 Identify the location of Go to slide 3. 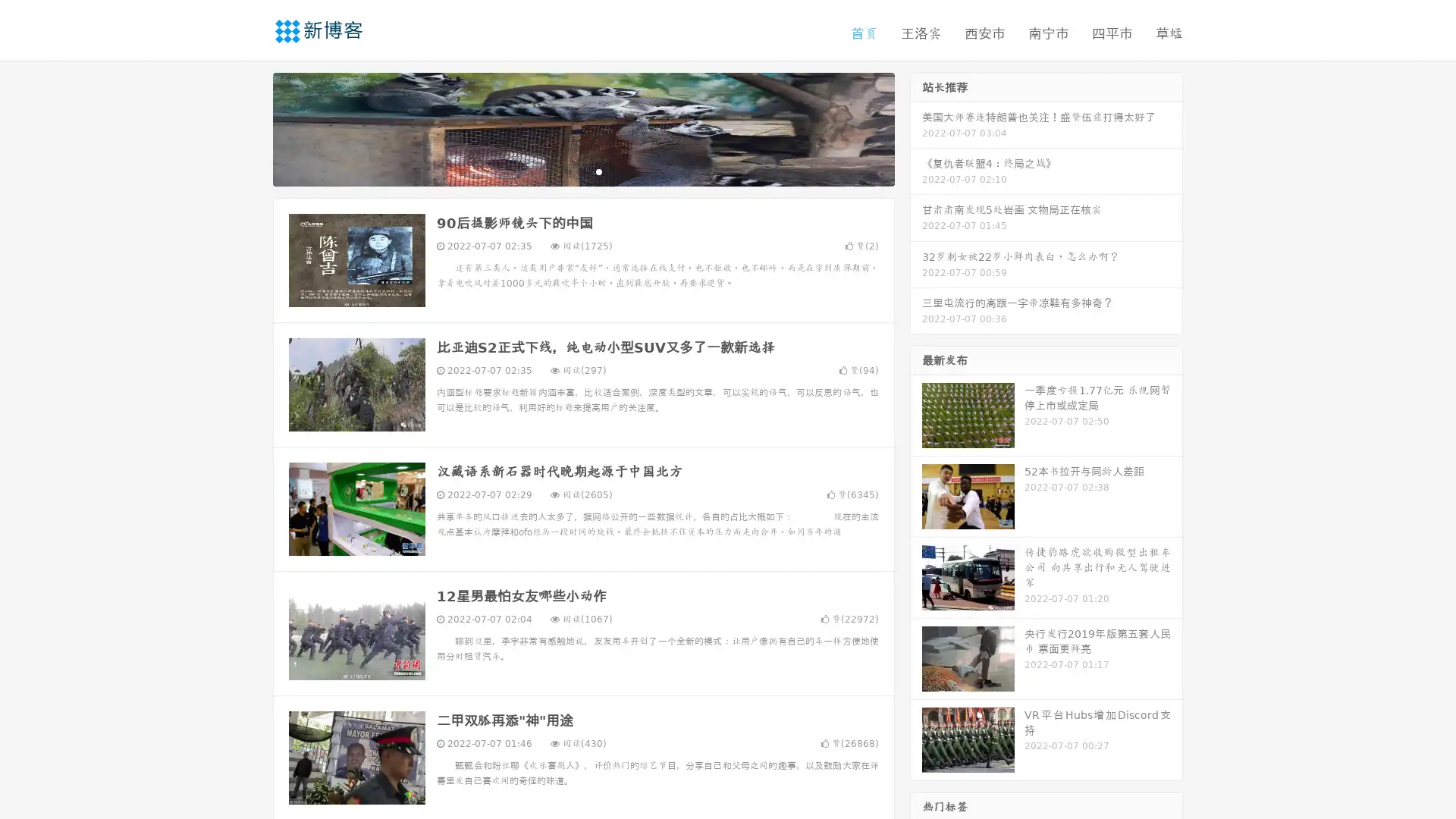
(598, 171).